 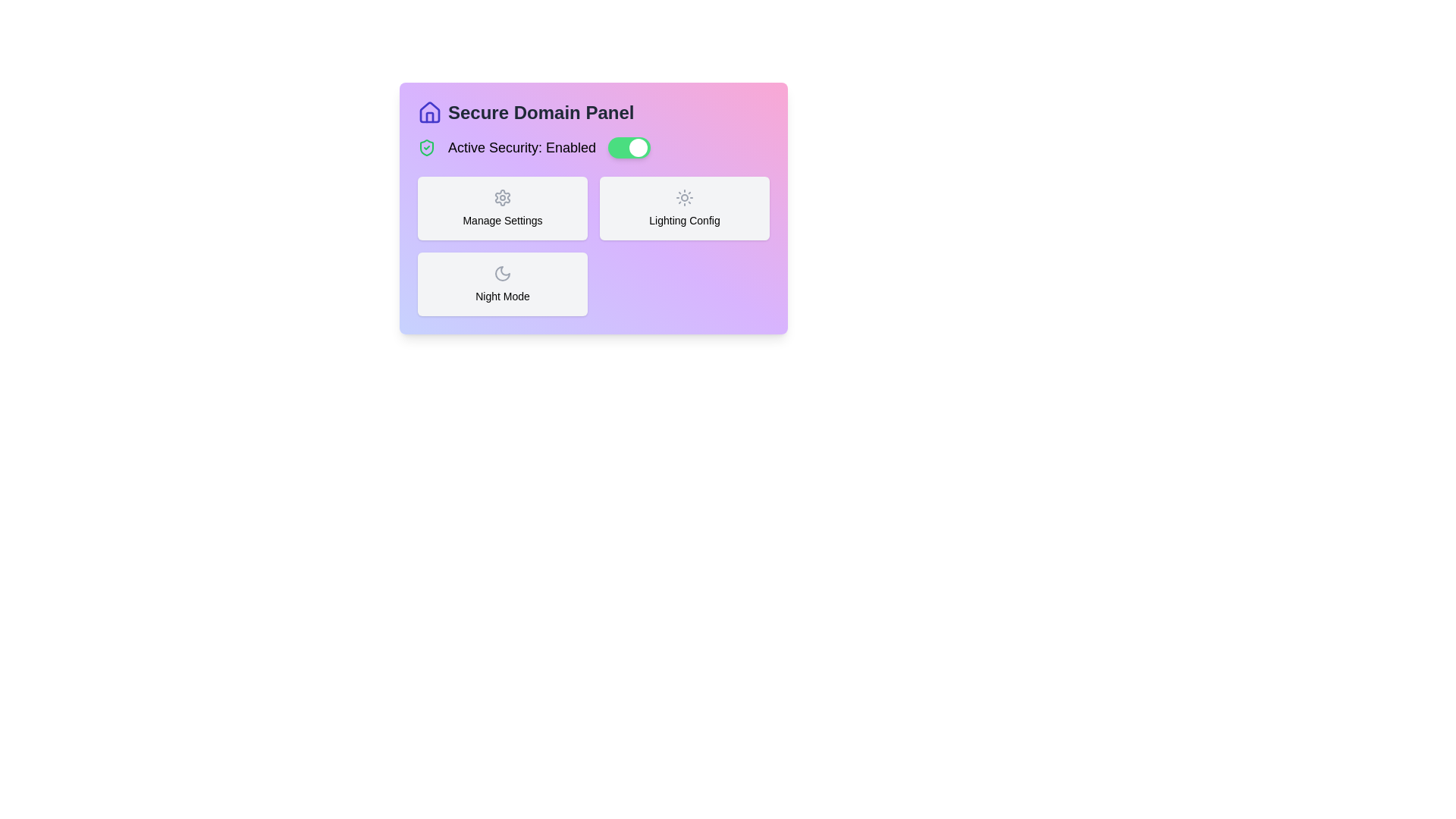 I want to click on the crescent moon icon which represents the 'Night Mode' functionality located in the bottom-left quadrant of the primary control panel interface, so click(x=502, y=274).